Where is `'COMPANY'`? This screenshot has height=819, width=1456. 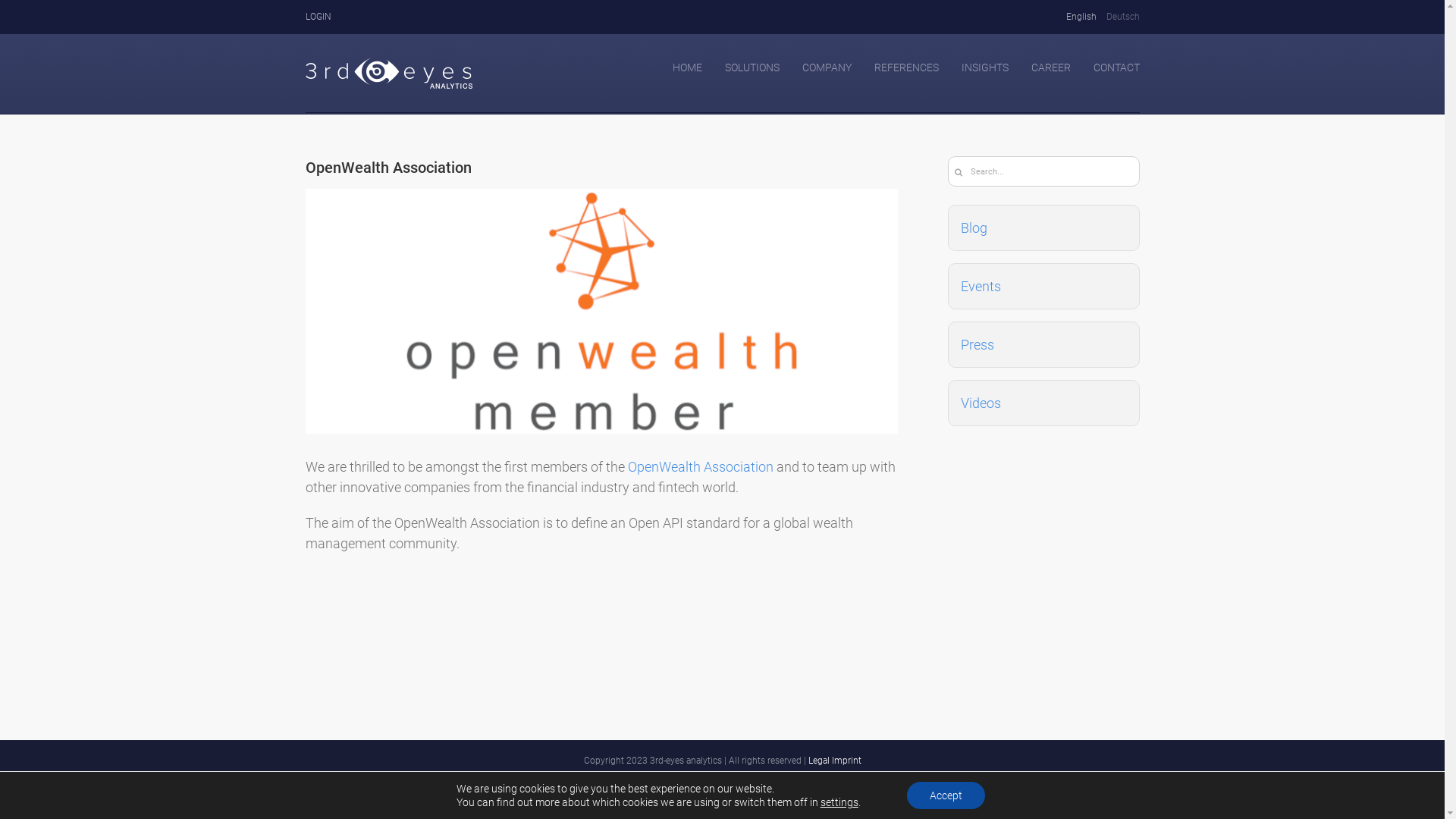 'COMPANY' is located at coordinates (826, 65).